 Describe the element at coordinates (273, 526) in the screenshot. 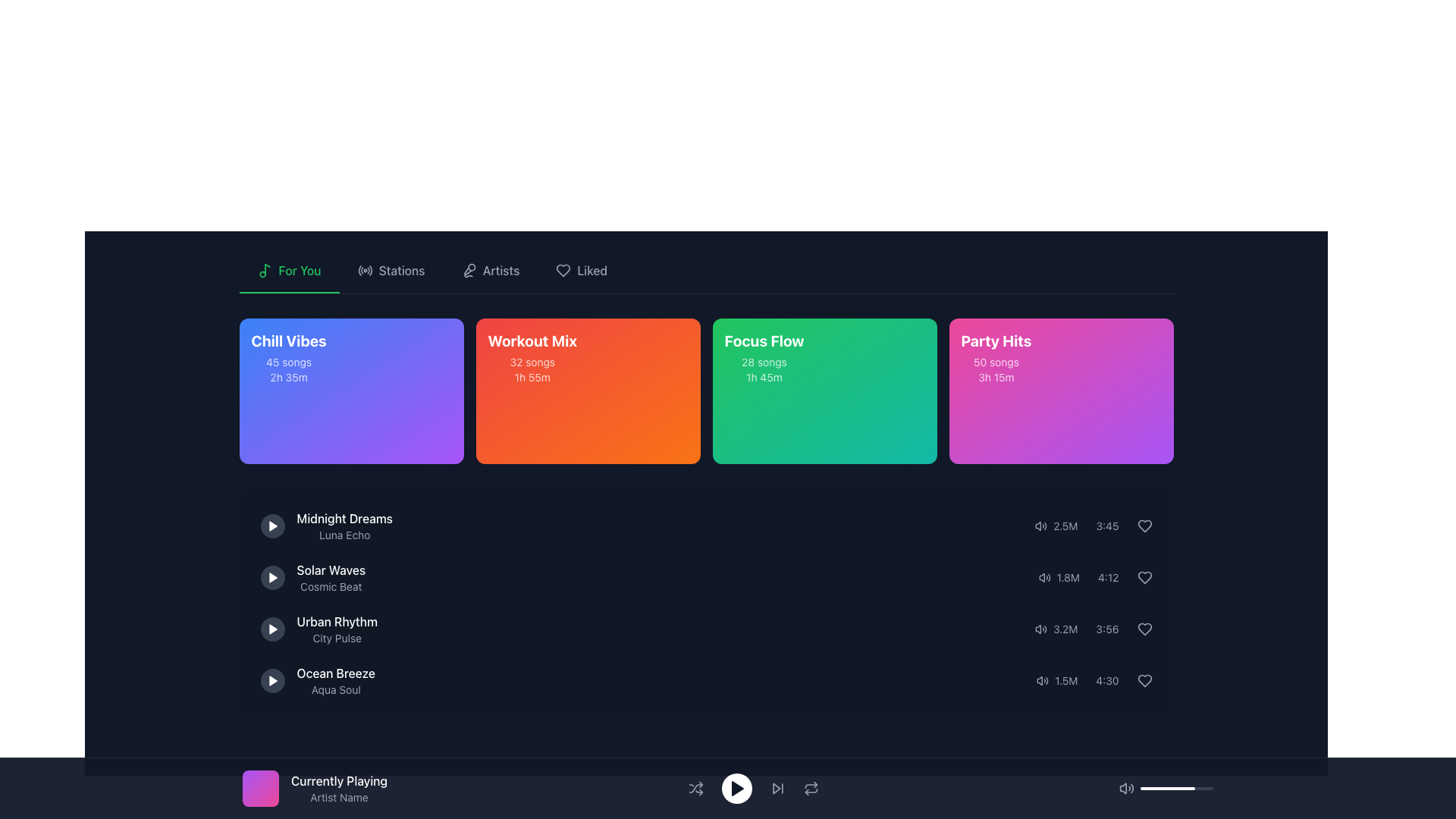

I see `the upward-pointing triangle play button within the circular graphic for the 'Midnight Dreams' track in the first row of the song list` at that location.